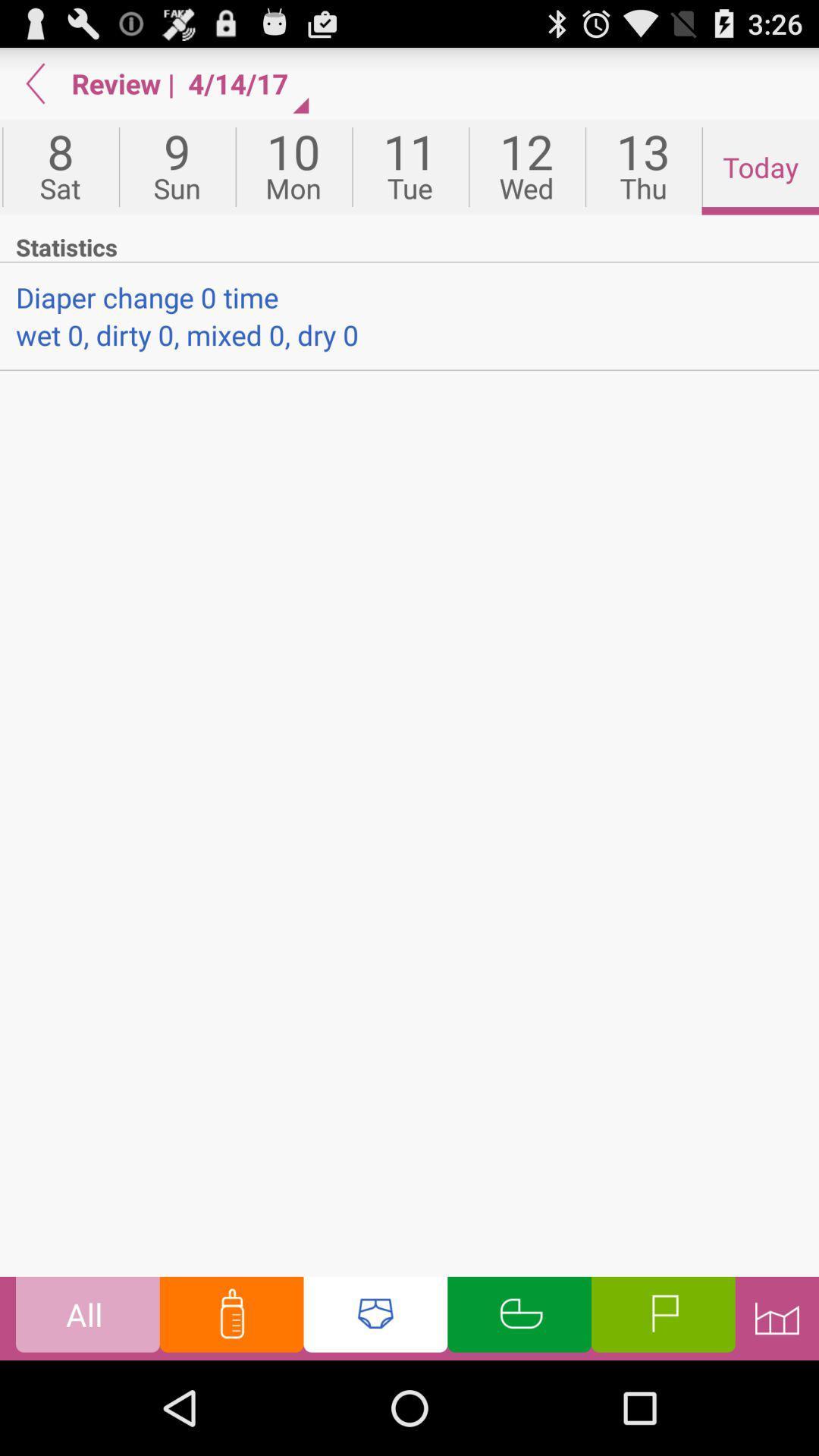  What do you see at coordinates (59, 167) in the screenshot?
I see `the icon to the left of the 9 item` at bounding box center [59, 167].